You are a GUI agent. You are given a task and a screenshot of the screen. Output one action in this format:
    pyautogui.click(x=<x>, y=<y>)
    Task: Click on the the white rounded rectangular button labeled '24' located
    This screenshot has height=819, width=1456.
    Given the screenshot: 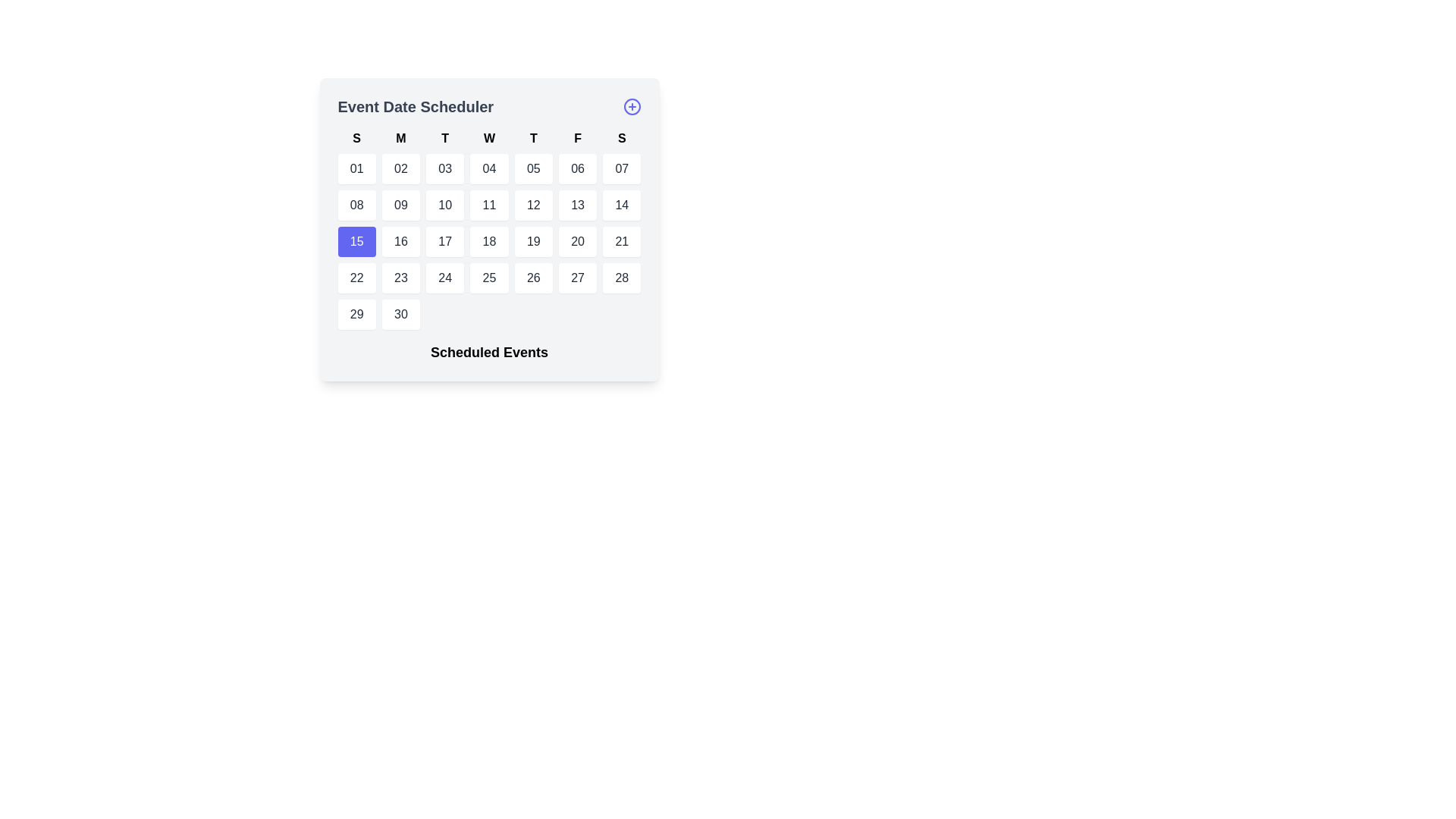 What is the action you would take?
    pyautogui.click(x=444, y=278)
    